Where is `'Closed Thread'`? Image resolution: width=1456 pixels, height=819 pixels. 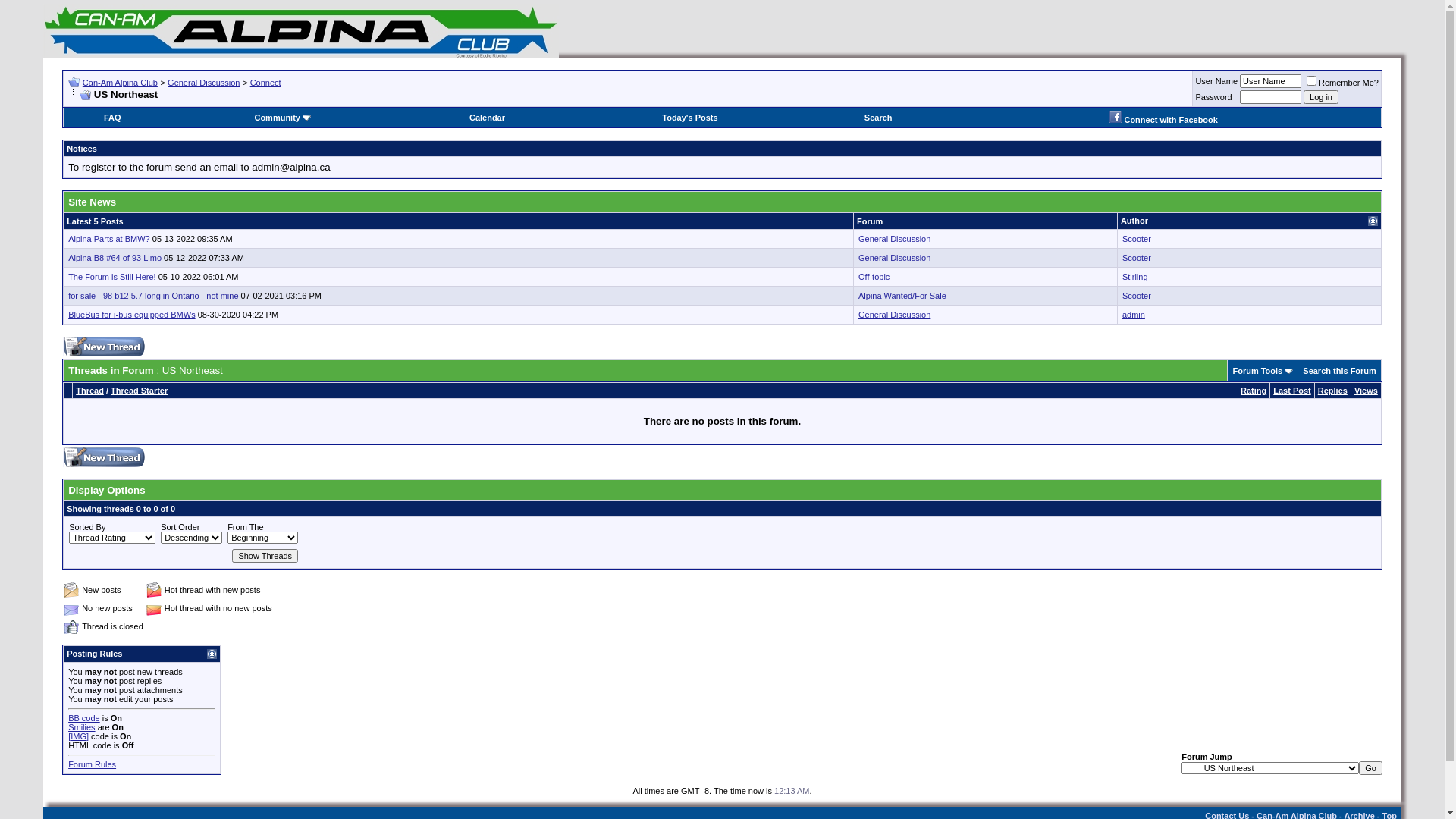
'Closed Thread' is located at coordinates (62, 626).